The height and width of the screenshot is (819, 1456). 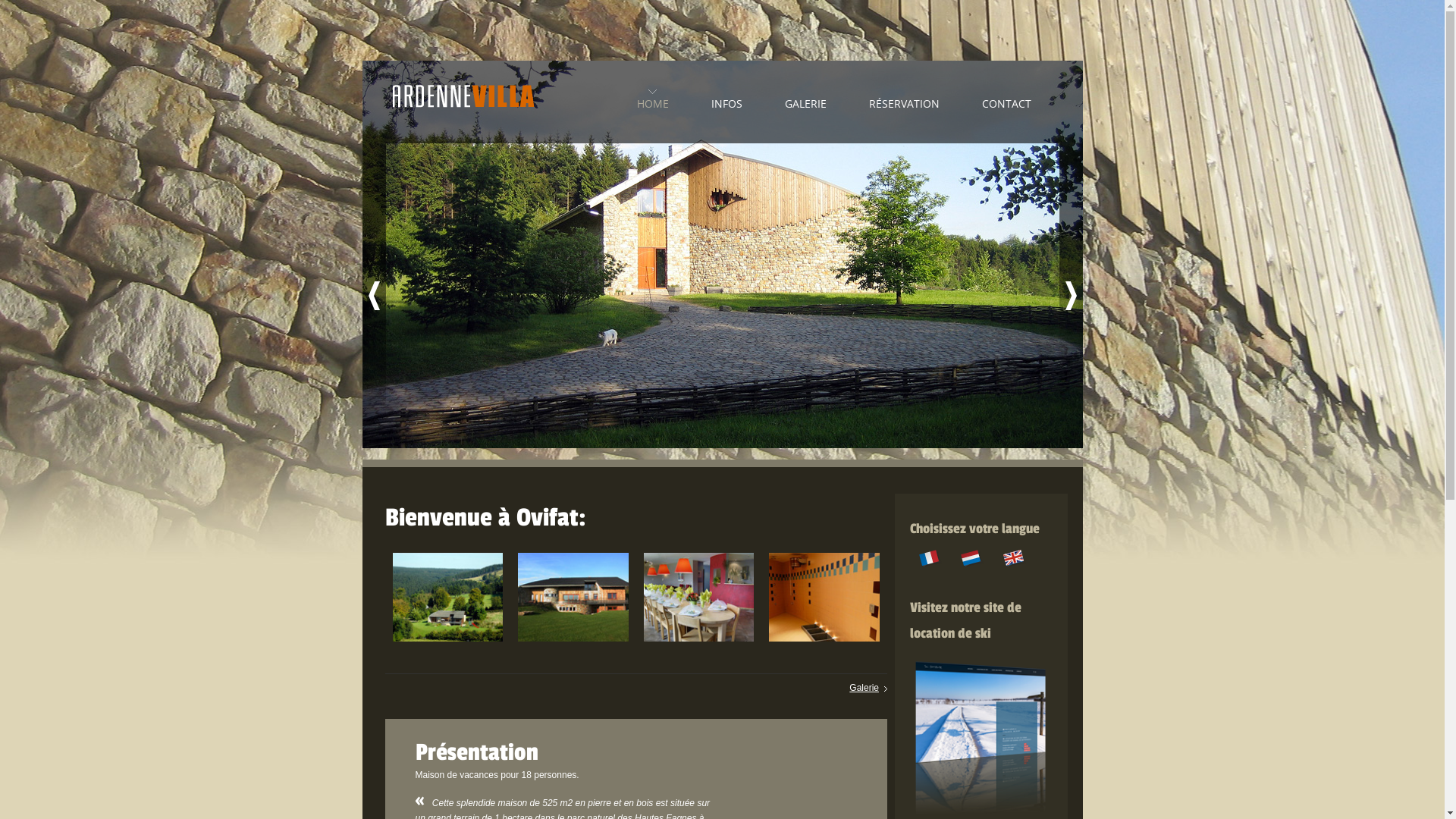 I want to click on 'GALERIE', so click(x=783, y=99).